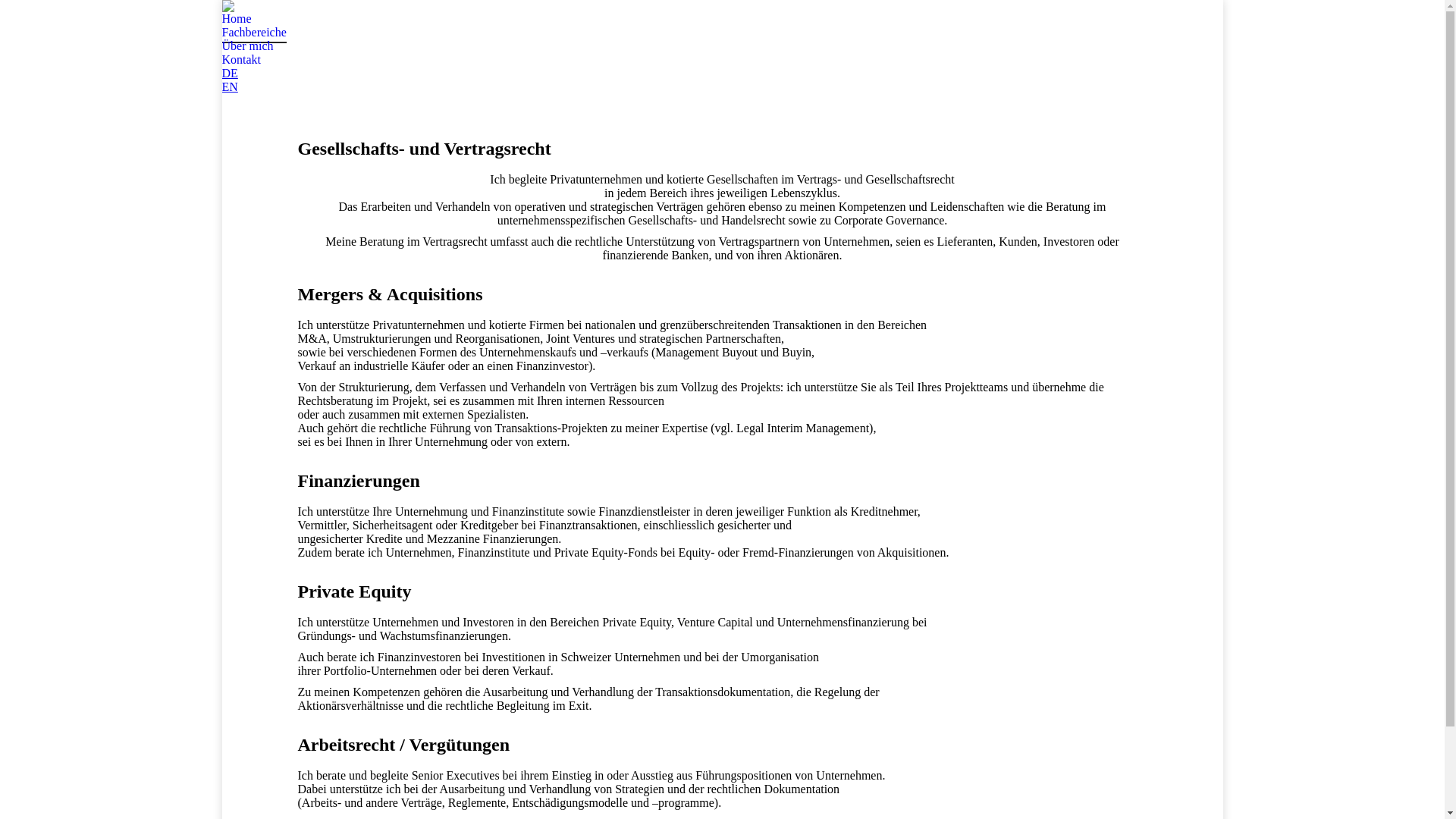 This screenshot has width=1456, height=819. What do you see at coordinates (228, 86) in the screenshot?
I see `'EN'` at bounding box center [228, 86].